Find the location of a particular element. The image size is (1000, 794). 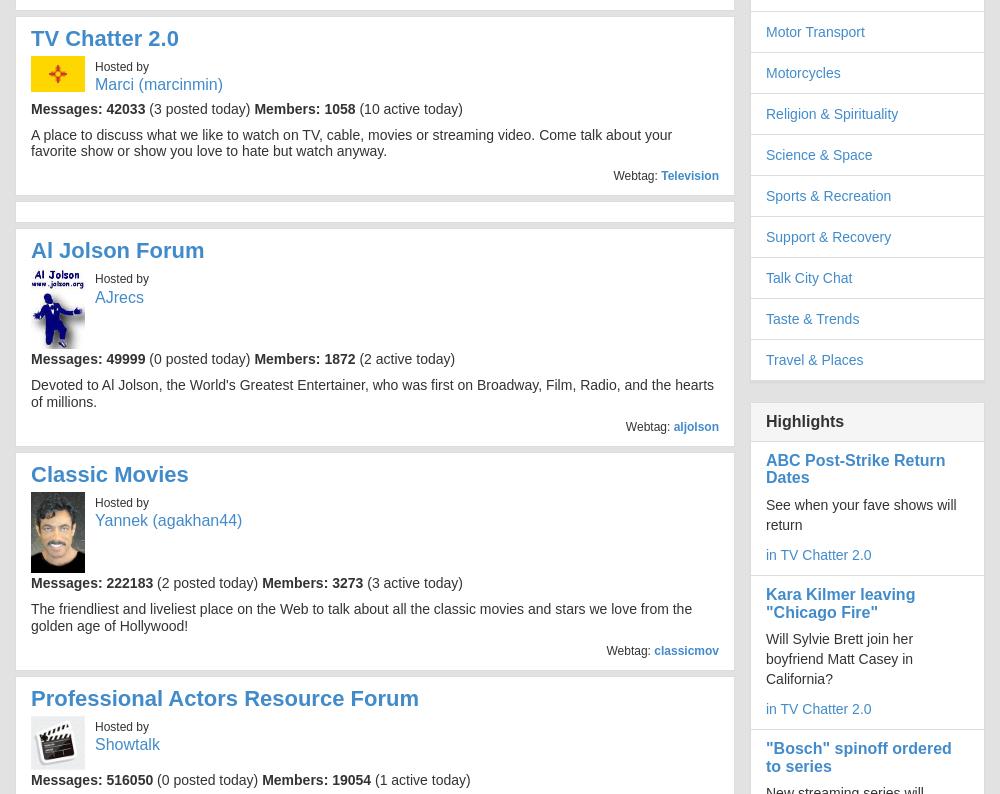

'AJrecs' is located at coordinates (118, 296).